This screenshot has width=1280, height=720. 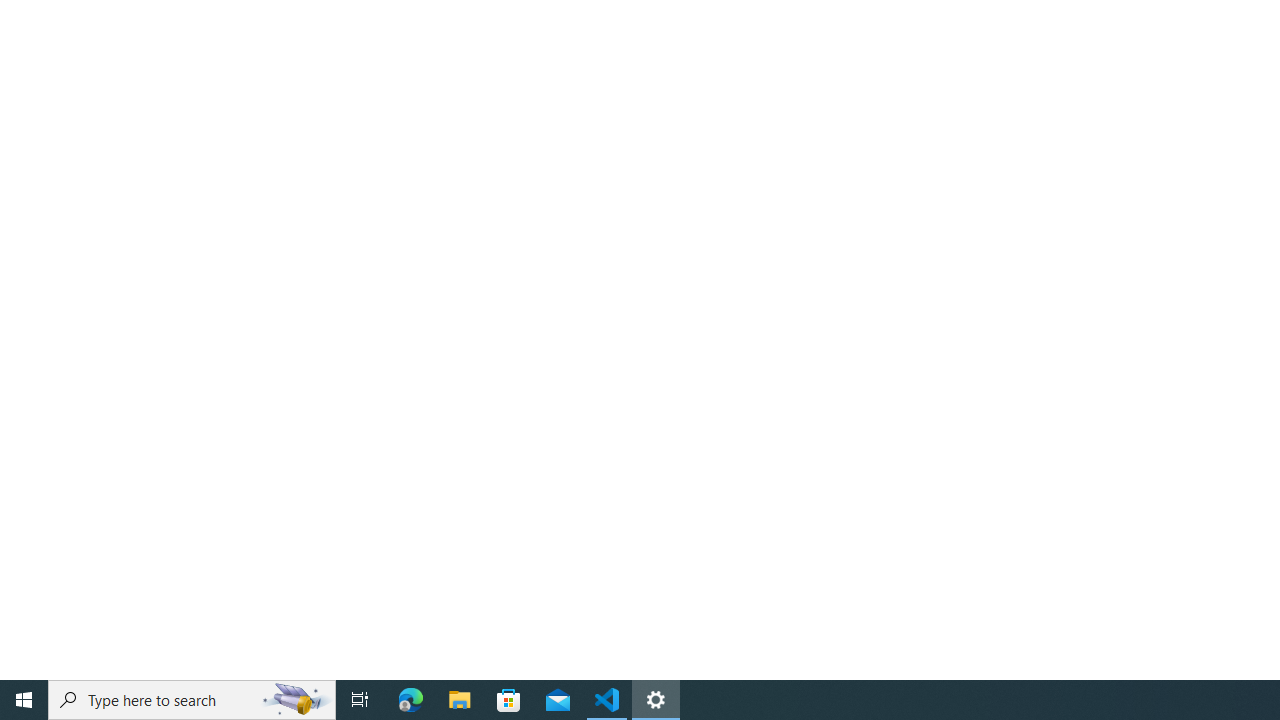 I want to click on 'Start', so click(x=24, y=698).